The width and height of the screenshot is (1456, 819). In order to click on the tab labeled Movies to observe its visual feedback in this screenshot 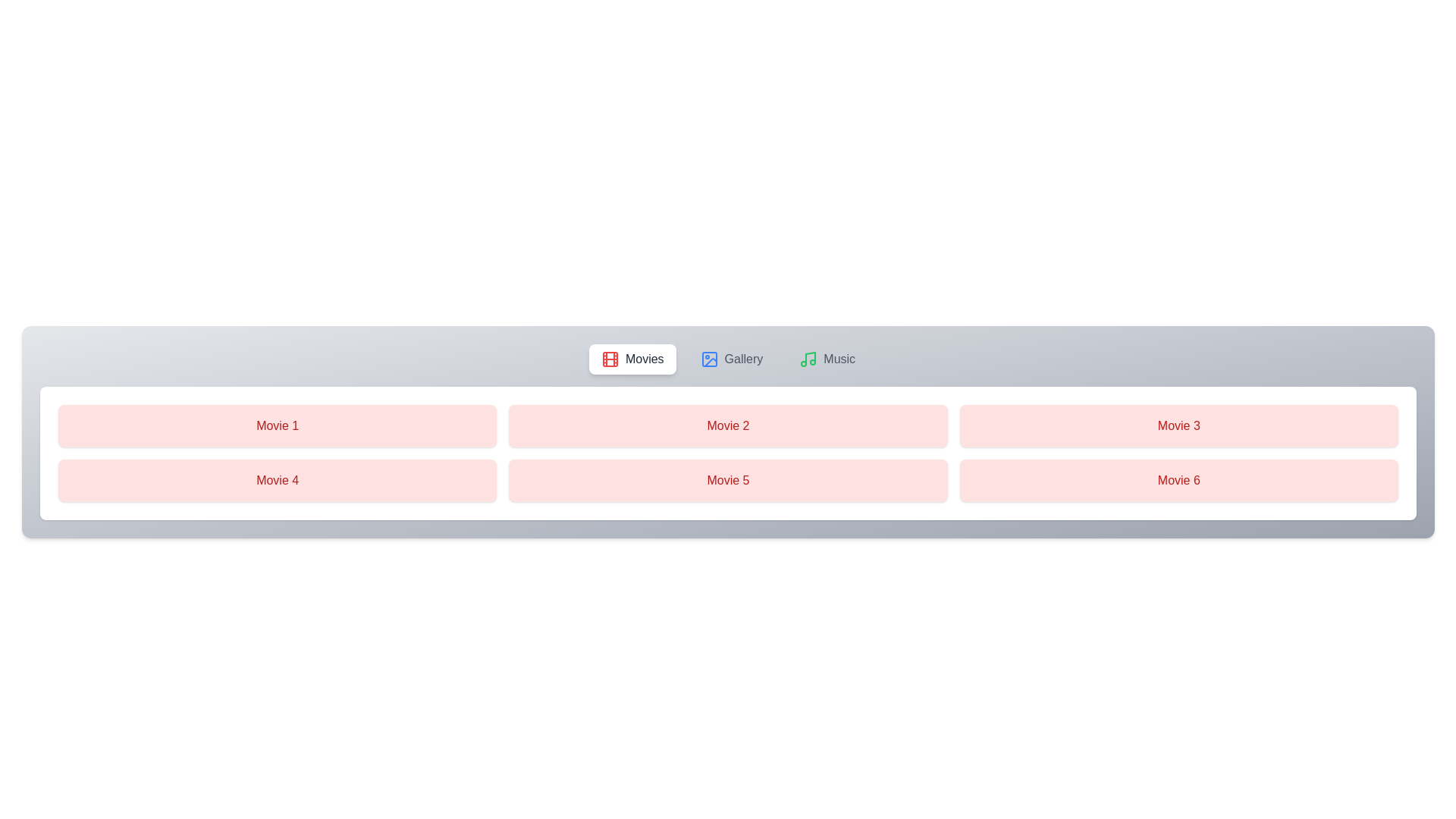, I will do `click(632, 359)`.